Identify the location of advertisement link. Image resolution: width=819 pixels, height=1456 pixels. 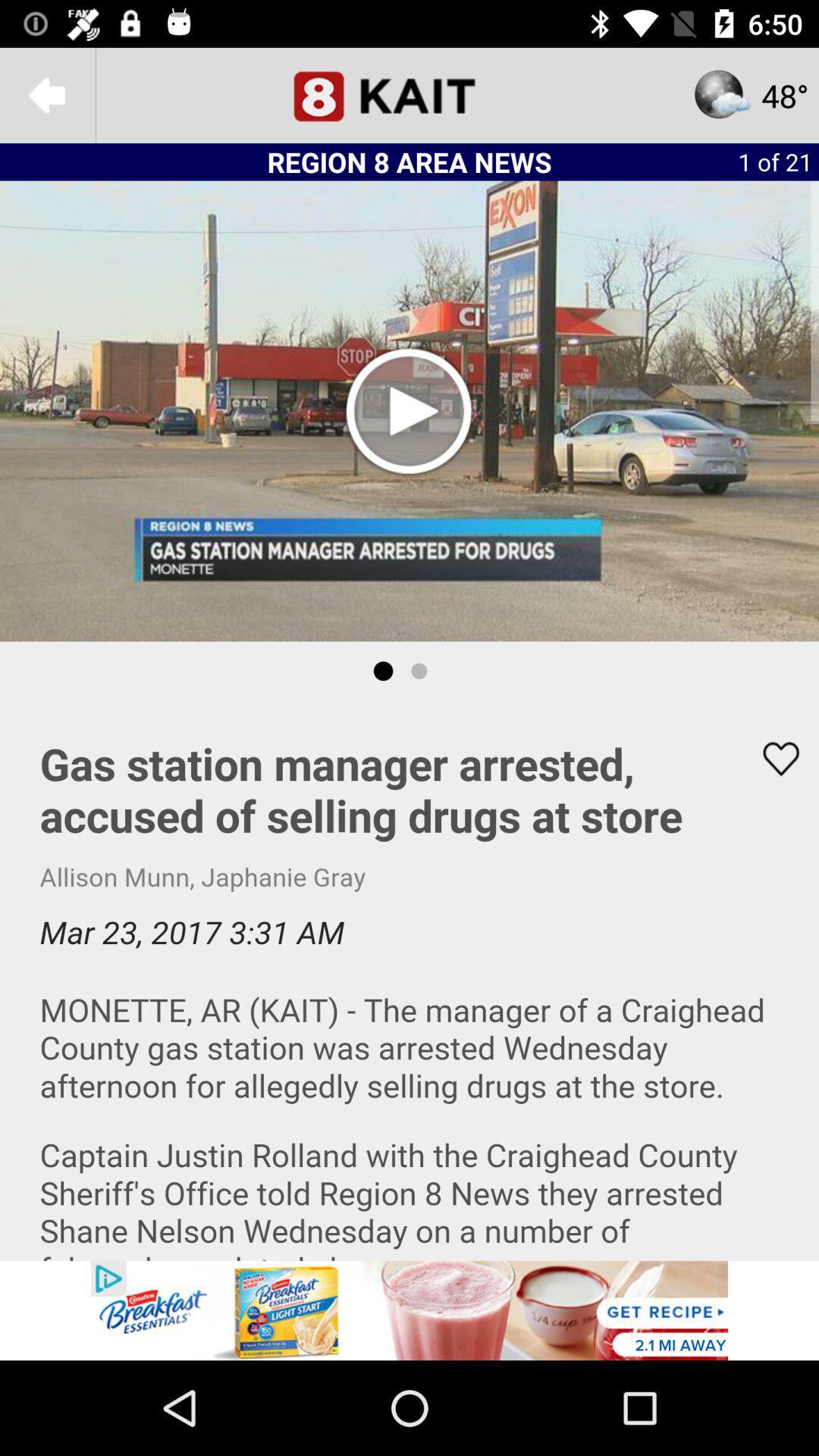
(409, 1310).